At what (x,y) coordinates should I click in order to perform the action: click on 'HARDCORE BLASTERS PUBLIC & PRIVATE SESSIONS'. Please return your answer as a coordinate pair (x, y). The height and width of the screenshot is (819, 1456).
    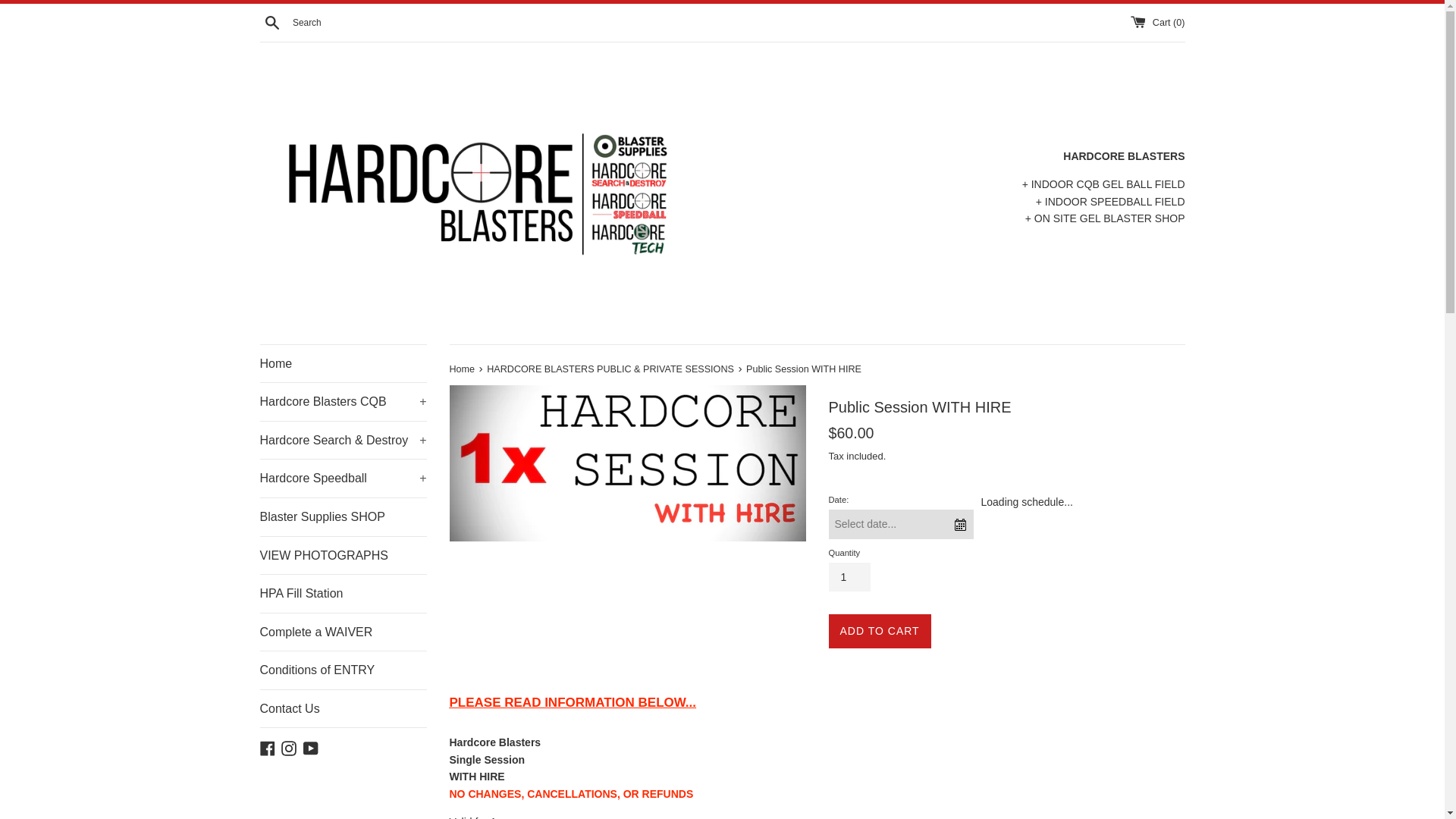
    Looking at the image, I should click on (611, 369).